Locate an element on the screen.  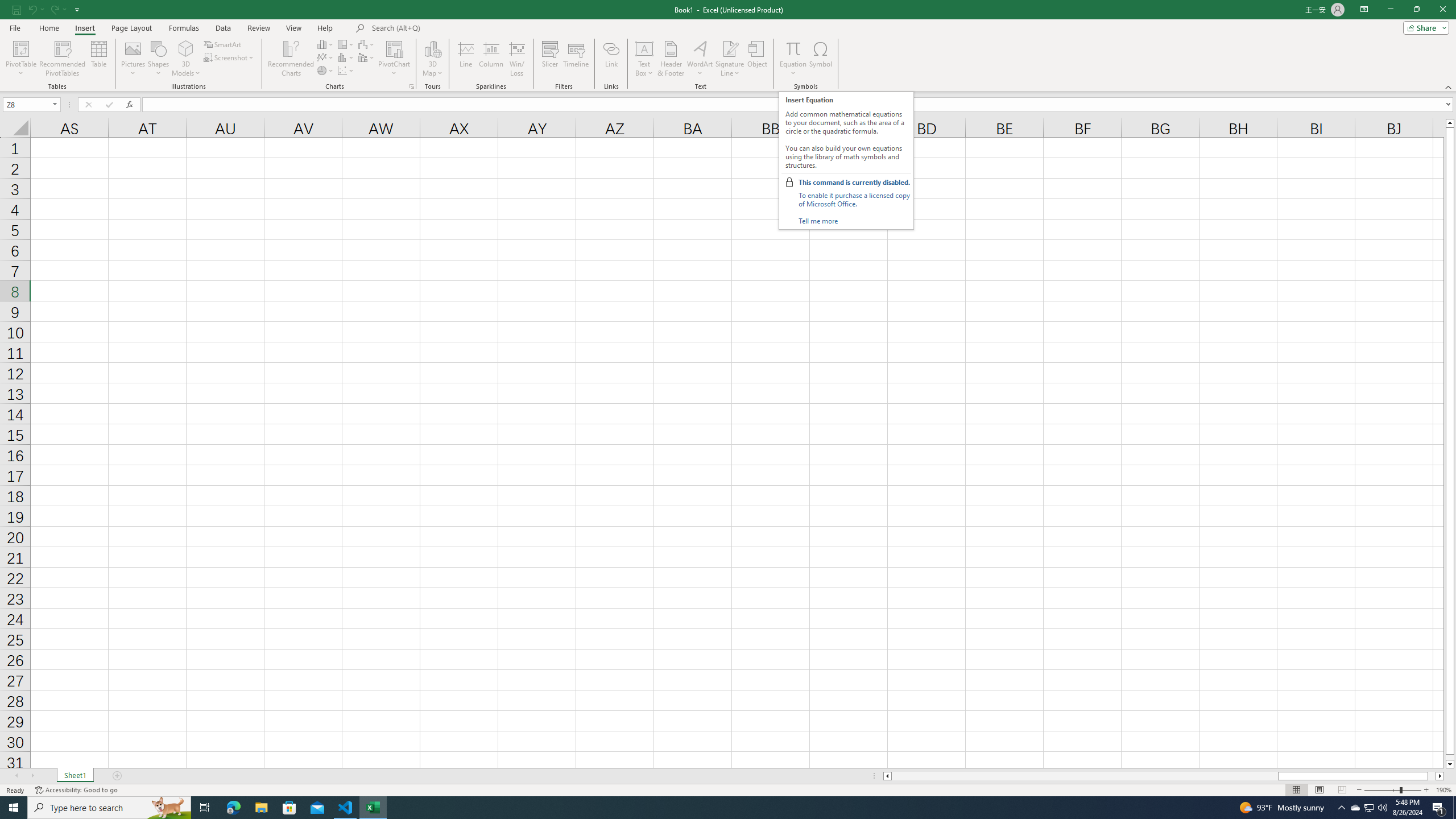
'Insert Waterfall, Funnel, Stock, Surface, or Radar Chart' is located at coordinates (366, 44).